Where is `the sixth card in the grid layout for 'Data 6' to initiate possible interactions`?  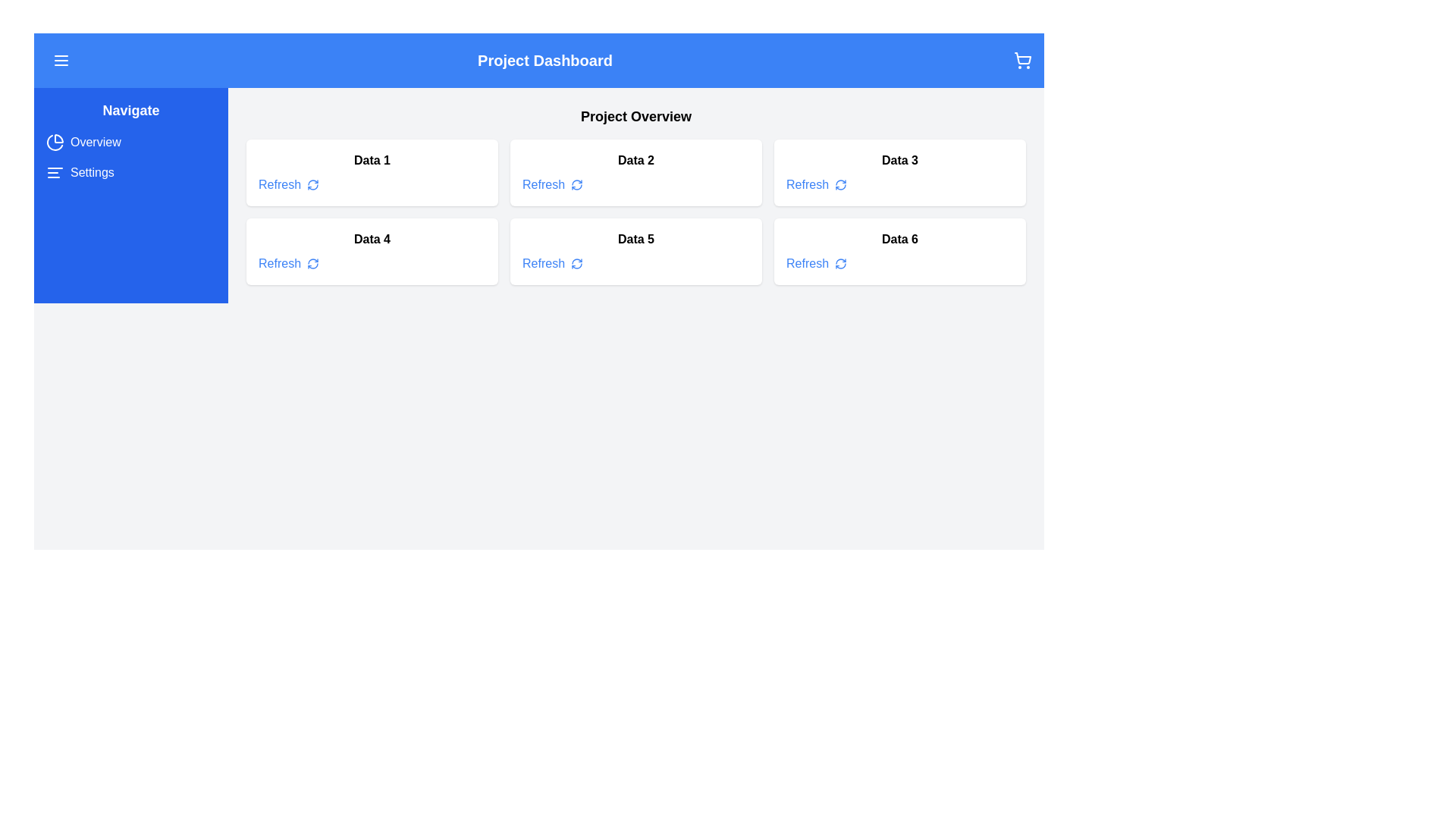
the sixth card in the grid layout for 'Data 6' to initiate possible interactions is located at coordinates (899, 250).